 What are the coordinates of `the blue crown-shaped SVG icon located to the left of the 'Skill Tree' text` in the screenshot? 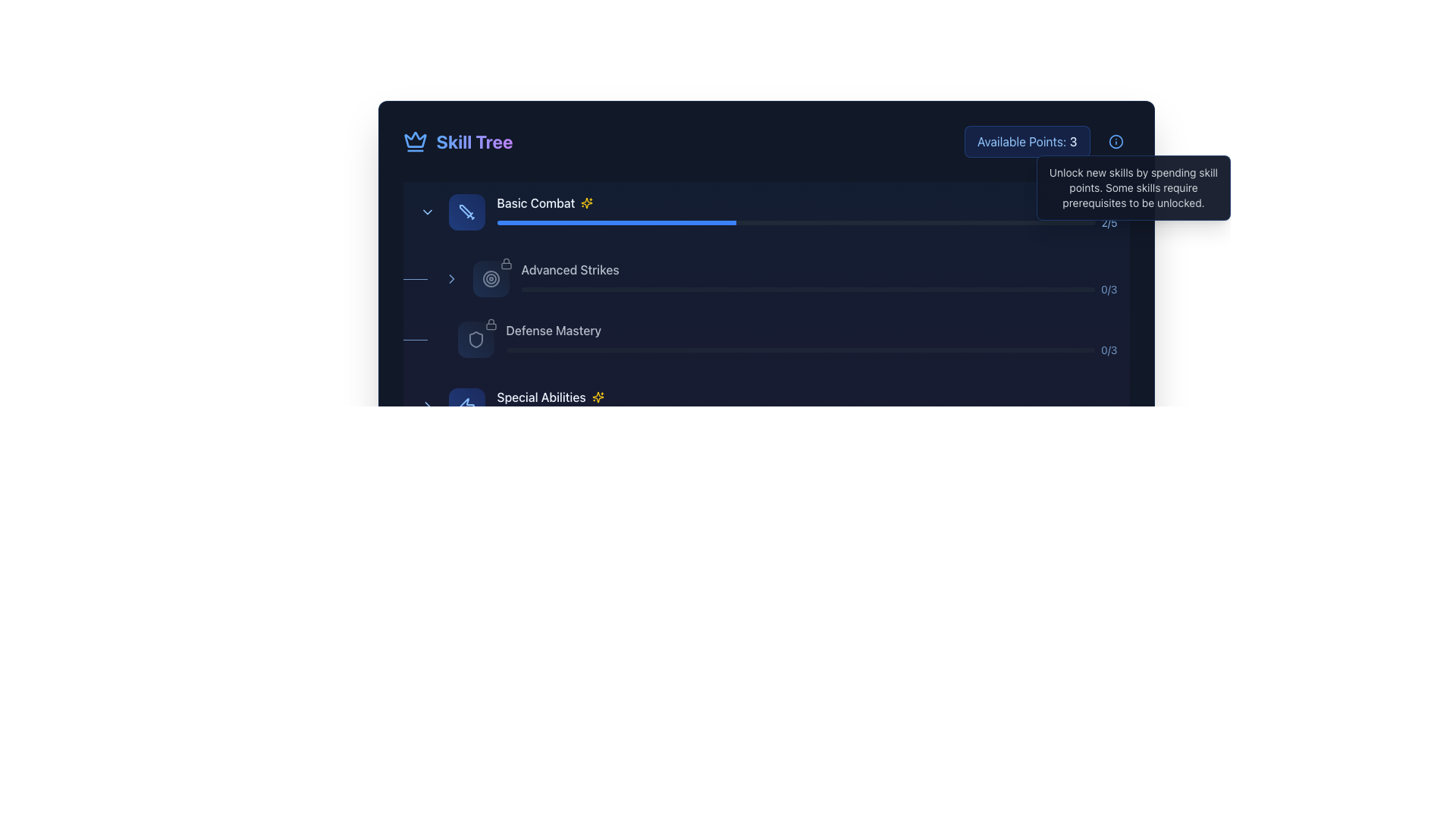 It's located at (415, 141).